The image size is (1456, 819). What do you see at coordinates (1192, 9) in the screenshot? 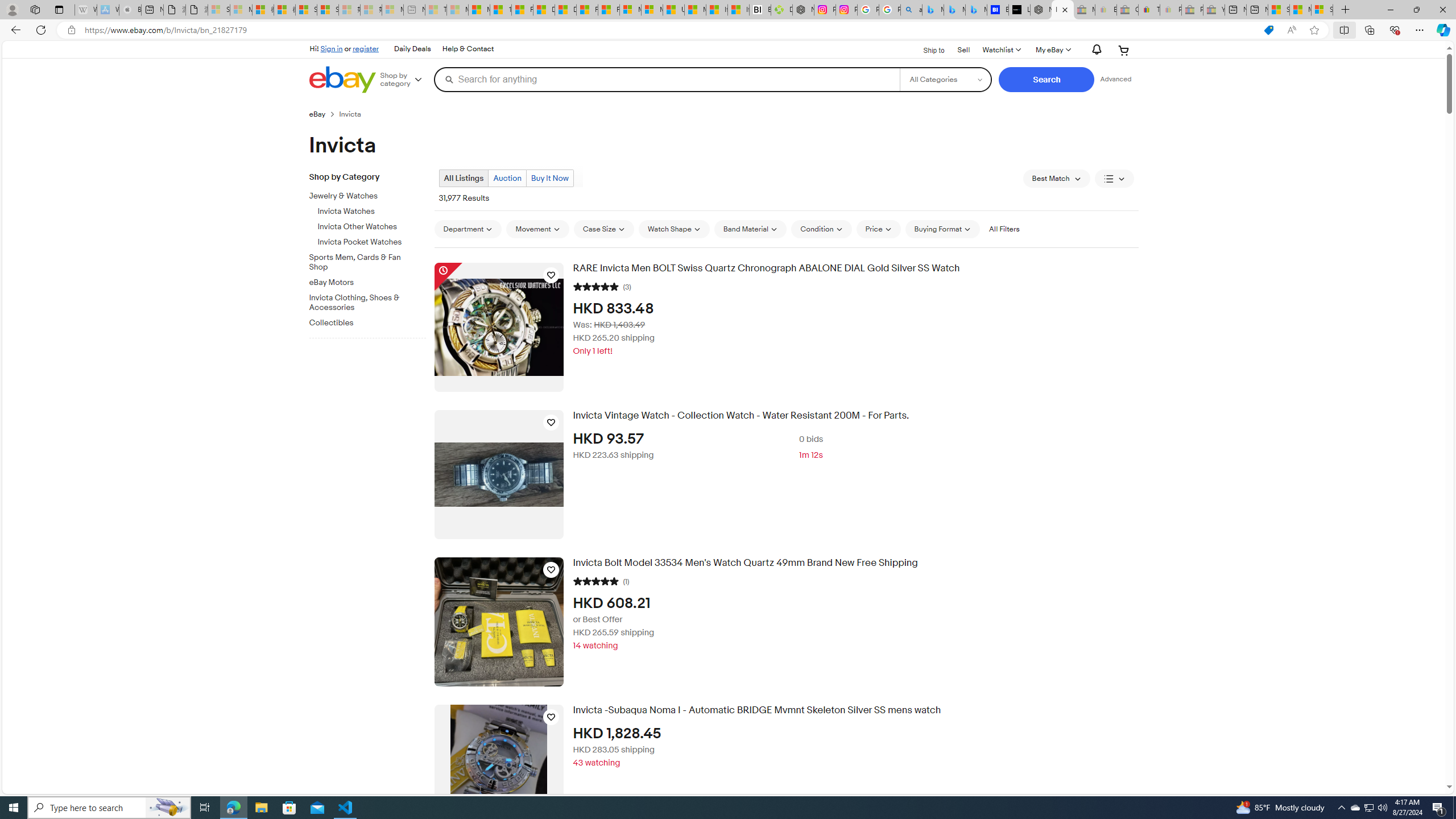
I see `'Press Room - eBay Inc. - Sleeping'` at bounding box center [1192, 9].